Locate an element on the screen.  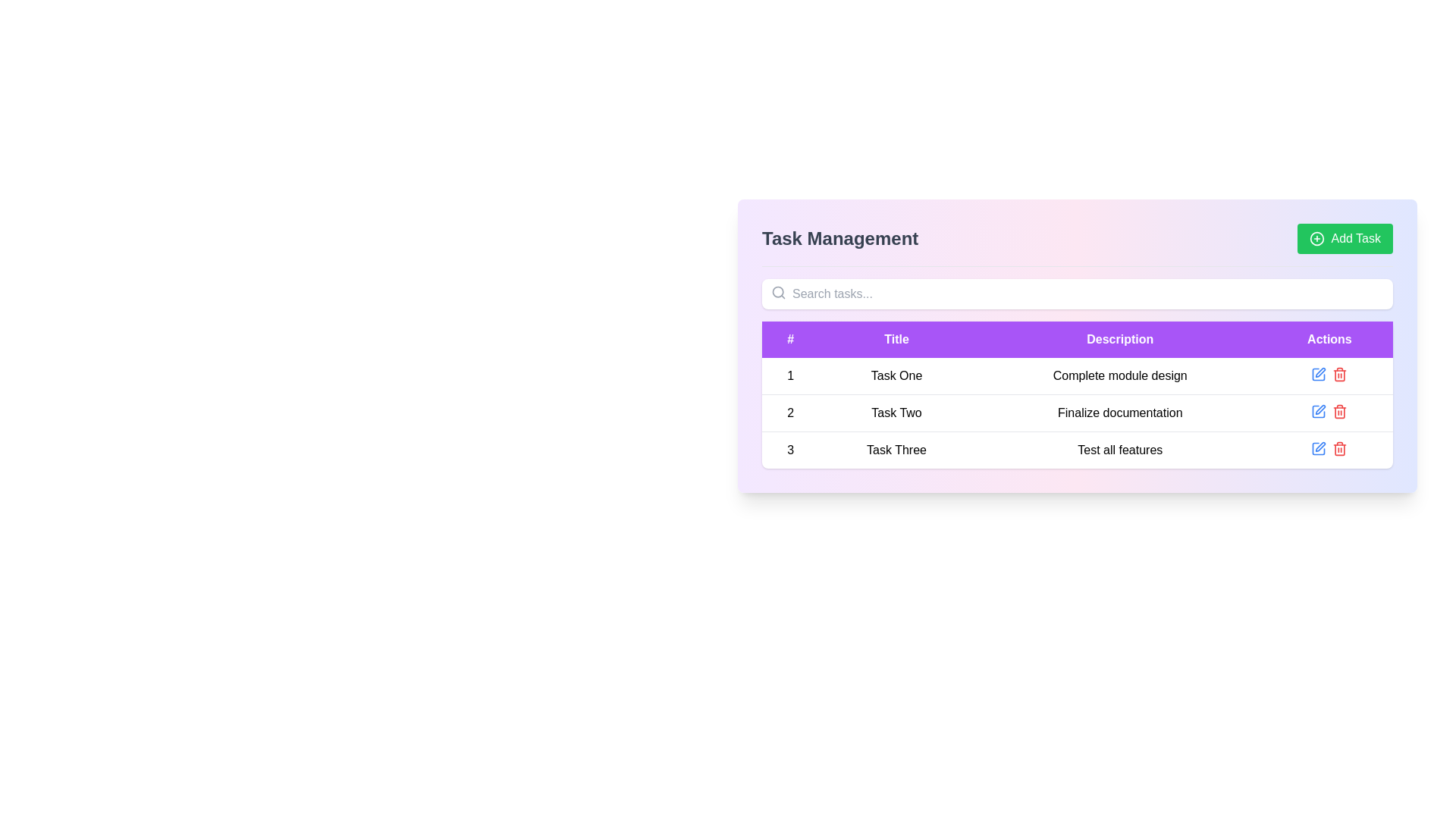
the second row in the Task Management table that displays the identifier '2', title 'Task Two', and description 'Finalize documentation' is located at coordinates (1076, 413).